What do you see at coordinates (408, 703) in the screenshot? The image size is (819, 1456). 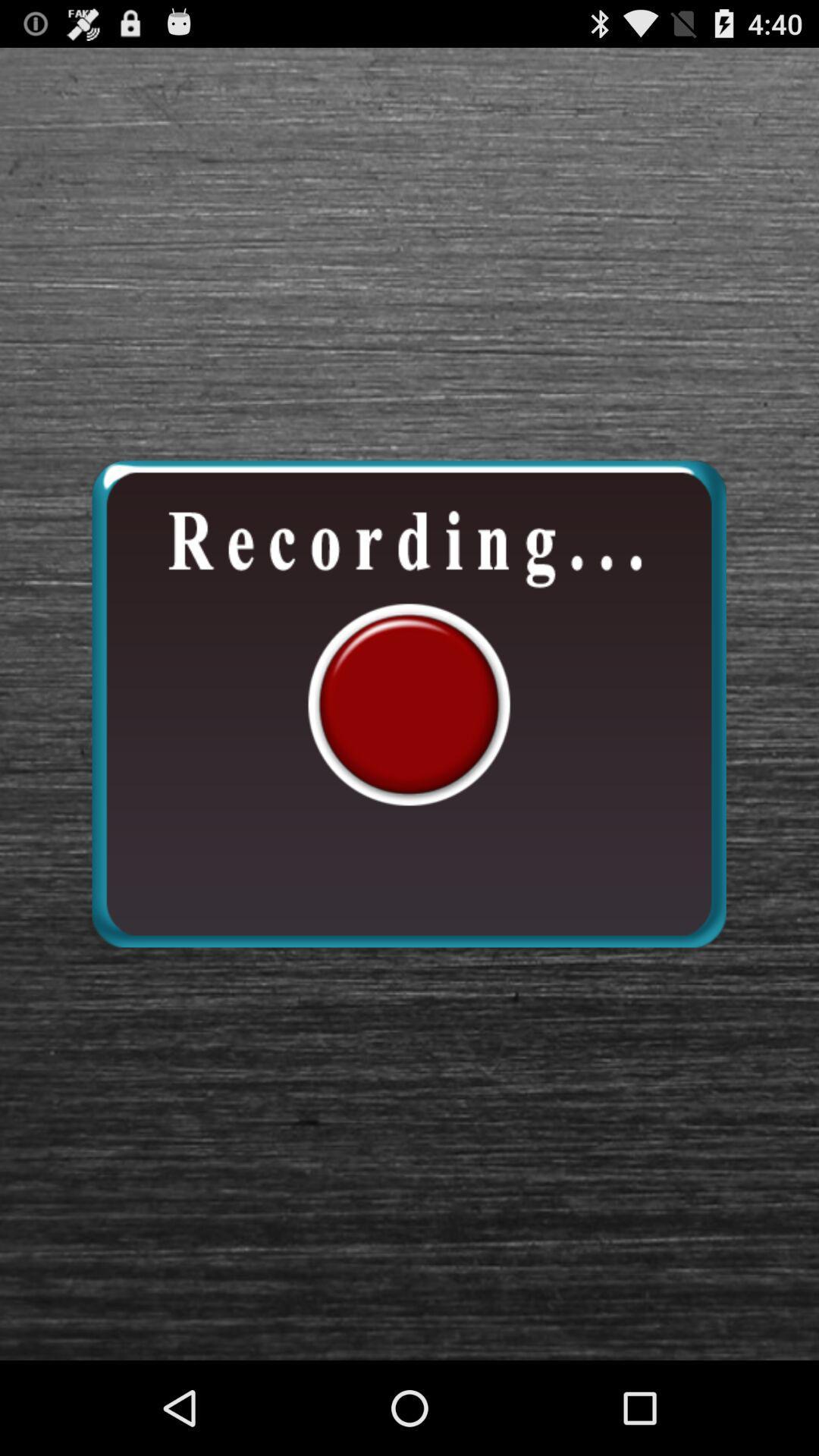 I see `recording indicator` at bounding box center [408, 703].